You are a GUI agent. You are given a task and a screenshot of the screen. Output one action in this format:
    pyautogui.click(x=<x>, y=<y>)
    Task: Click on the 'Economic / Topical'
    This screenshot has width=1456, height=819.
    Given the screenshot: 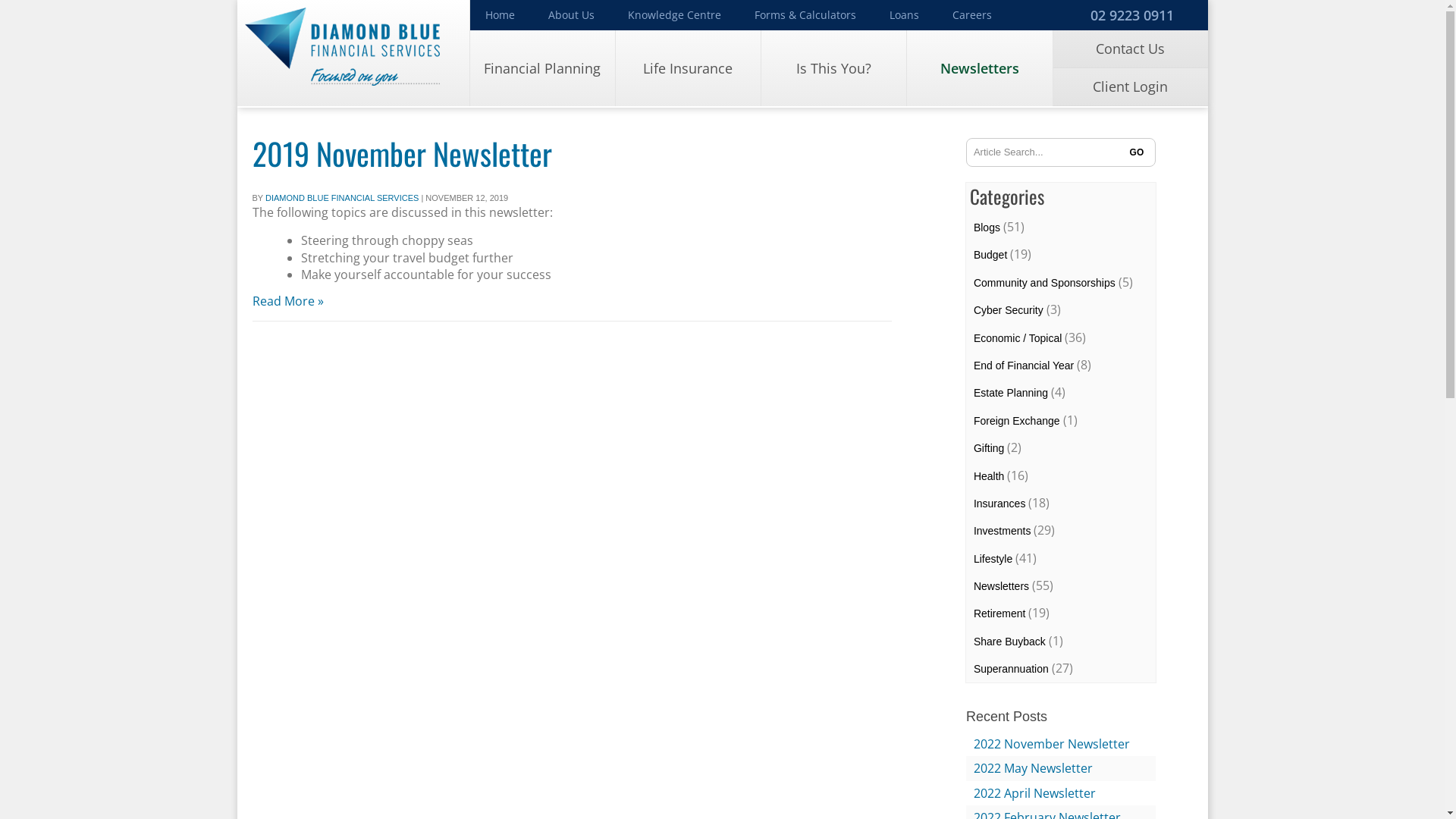 What is the action you would take?
    pyautogui.click(x=1018, y=337)
    